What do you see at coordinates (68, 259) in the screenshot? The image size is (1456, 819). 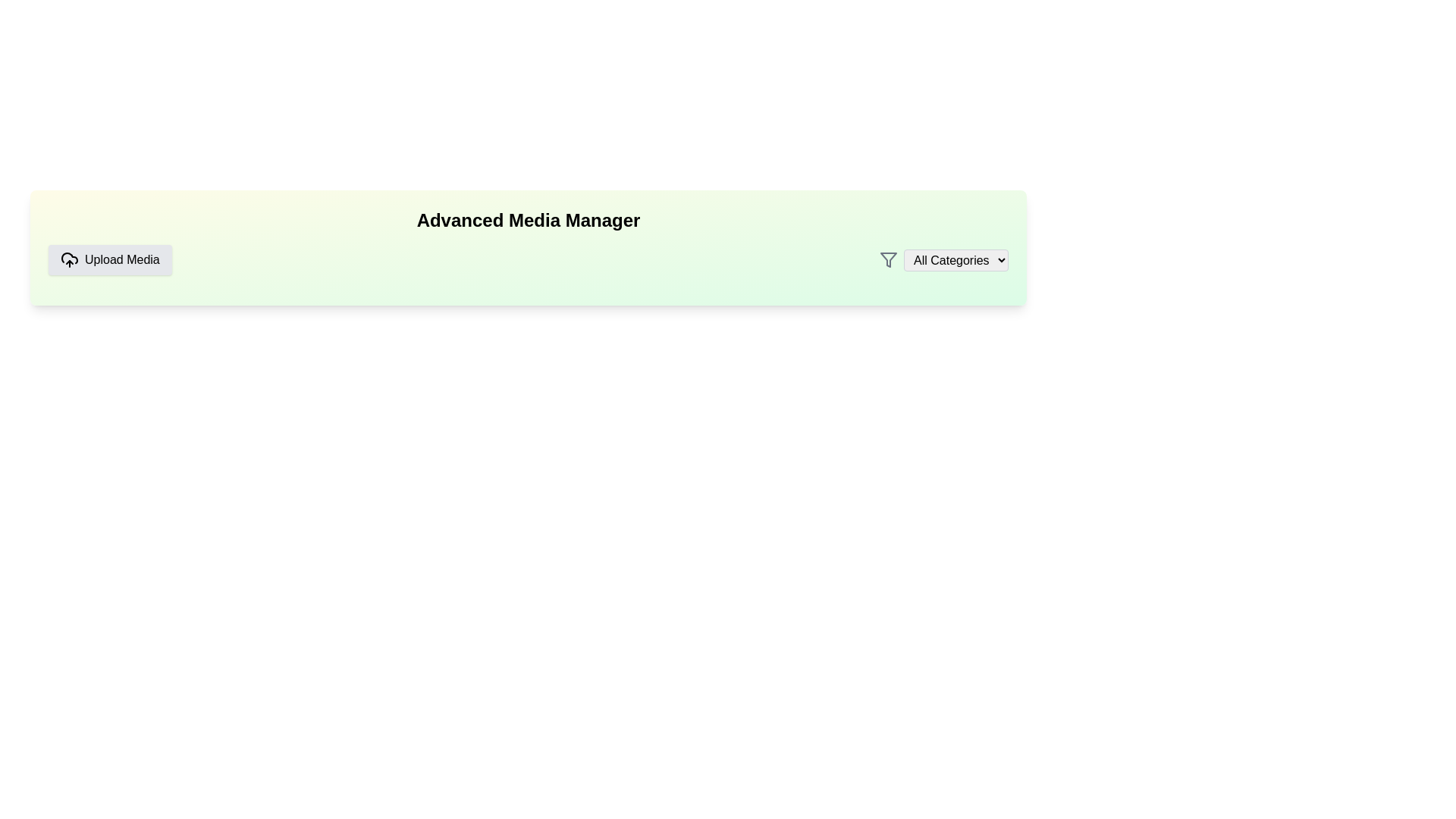 I see `the icon located to the left of the 'Upload Media' button` at bounding box center [68, 259].